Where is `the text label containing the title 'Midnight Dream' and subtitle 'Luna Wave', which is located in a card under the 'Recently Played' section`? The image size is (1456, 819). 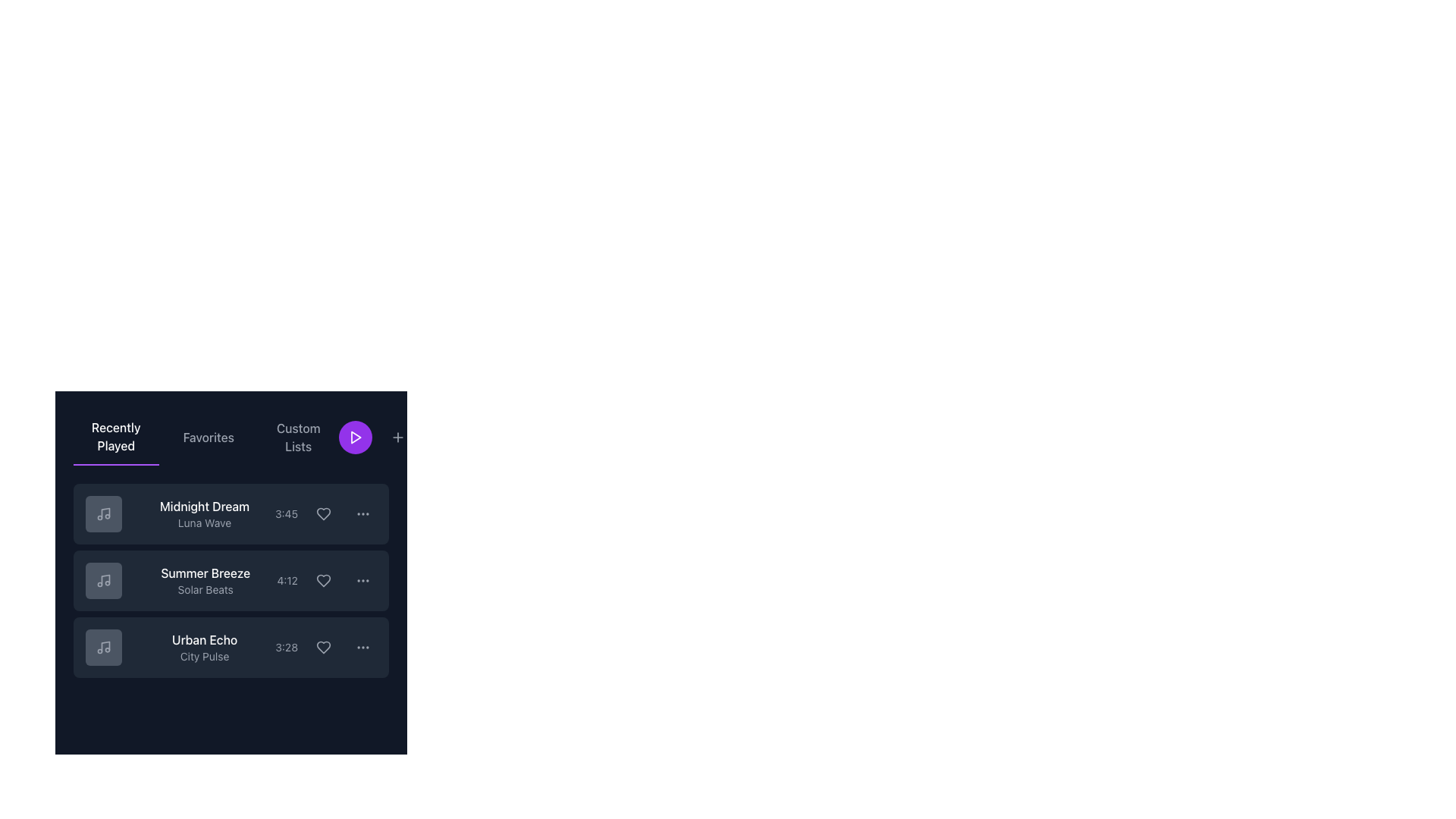 the text label containing the title 'Midnight Dream' and subtitle 'Luna Wave', which is located in a card under the 'Recently Played' section is located at coordinates (203, 513).